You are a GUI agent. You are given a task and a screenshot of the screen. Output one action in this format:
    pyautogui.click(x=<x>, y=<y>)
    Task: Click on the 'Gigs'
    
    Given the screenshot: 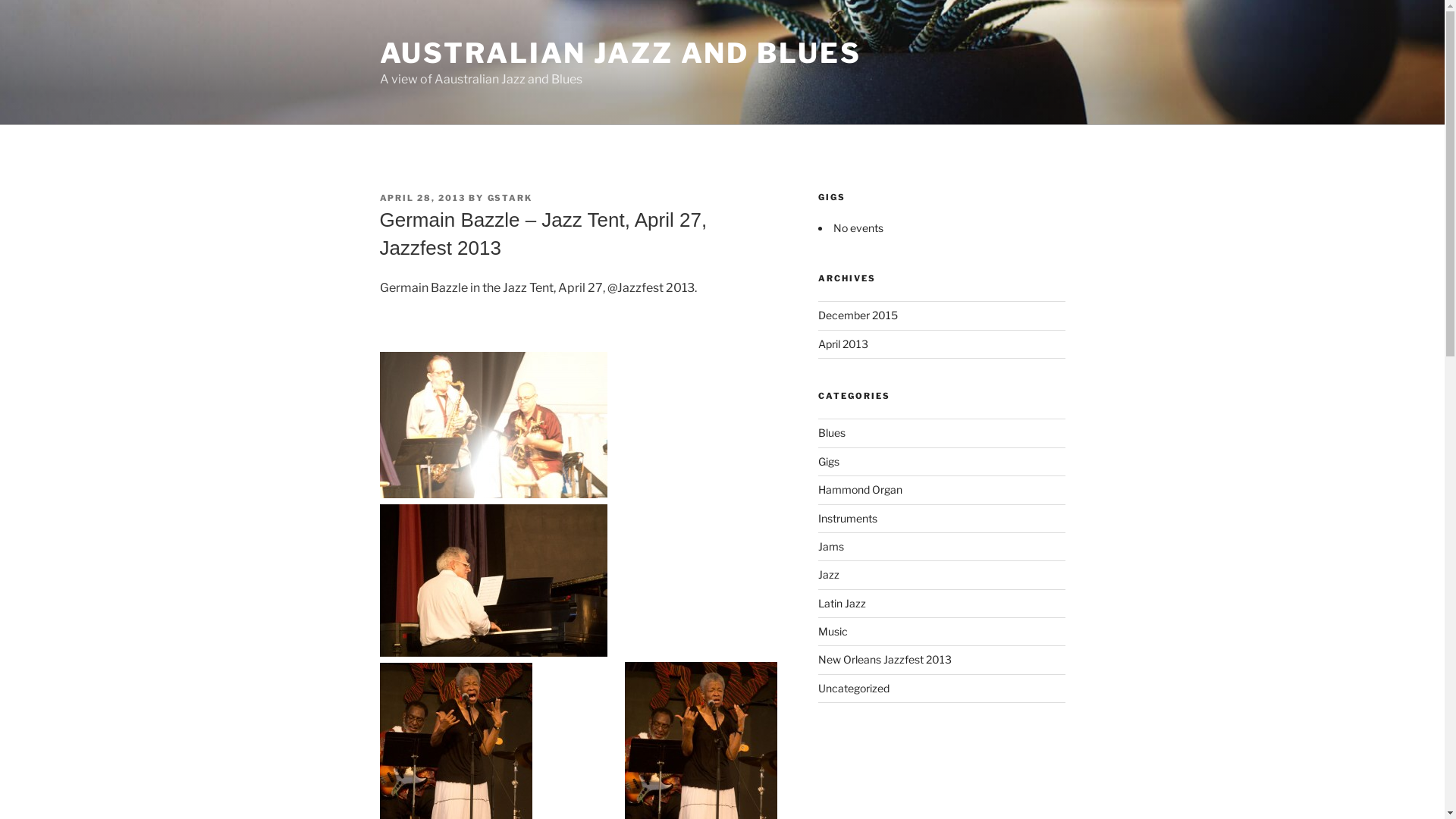 What is the action you would take?
    pyautogui.click(x=828, y=460)
    